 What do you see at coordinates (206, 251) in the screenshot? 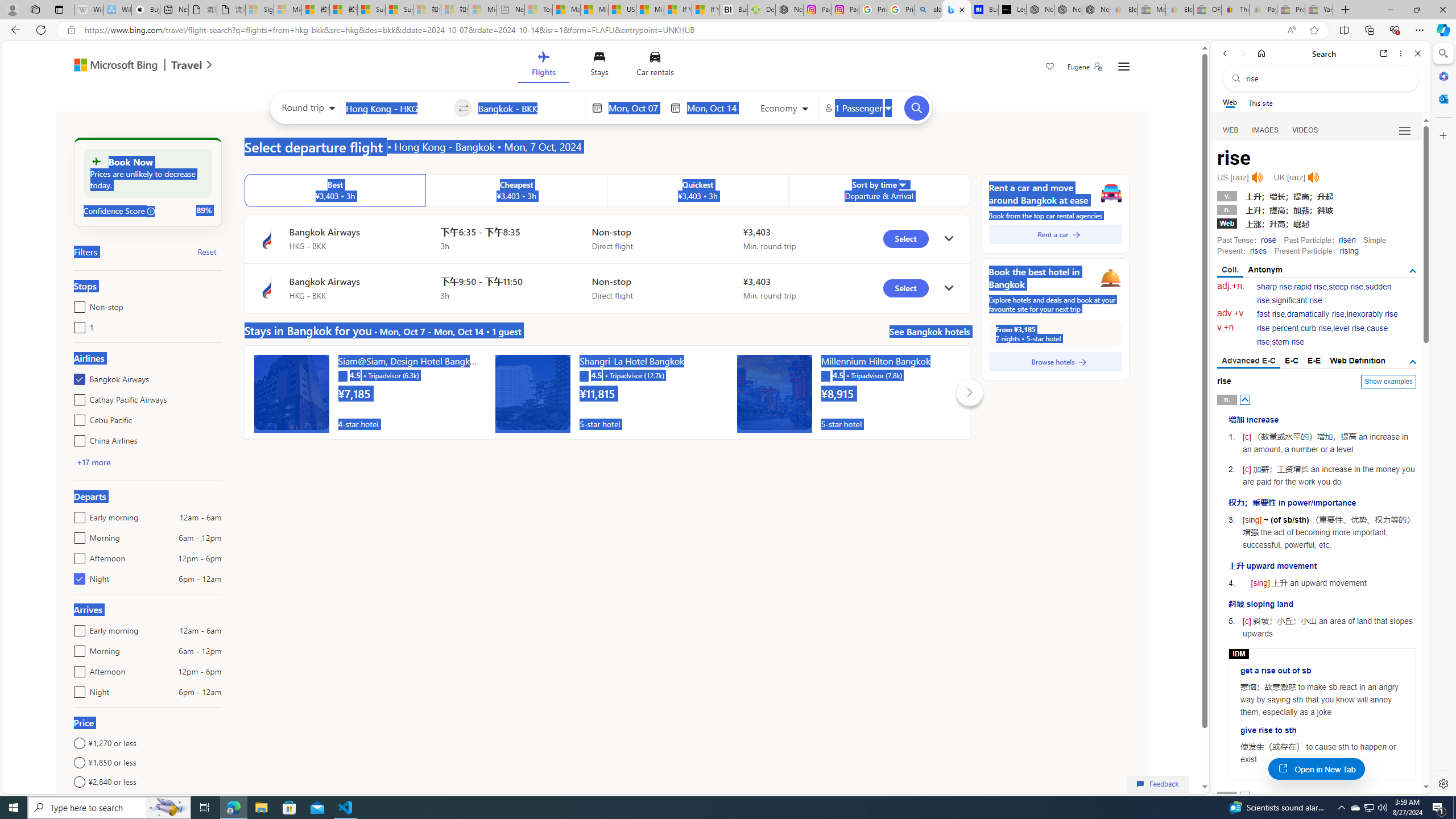
I see `'Reset'` at bounding box center [206, 251].